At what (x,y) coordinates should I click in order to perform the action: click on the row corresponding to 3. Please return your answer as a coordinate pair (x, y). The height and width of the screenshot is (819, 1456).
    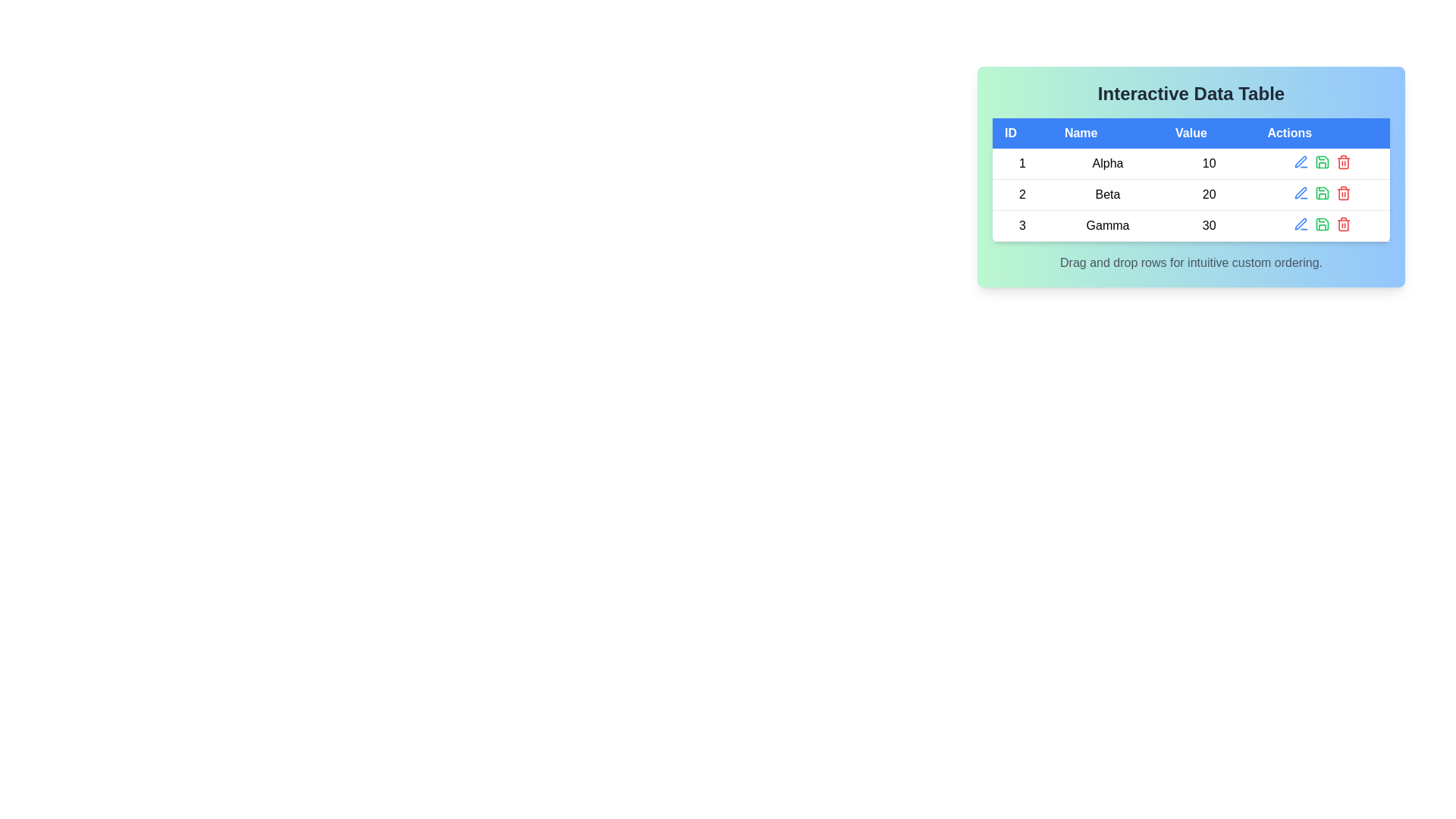
    Looking at the image, I should click on (1190, 225).